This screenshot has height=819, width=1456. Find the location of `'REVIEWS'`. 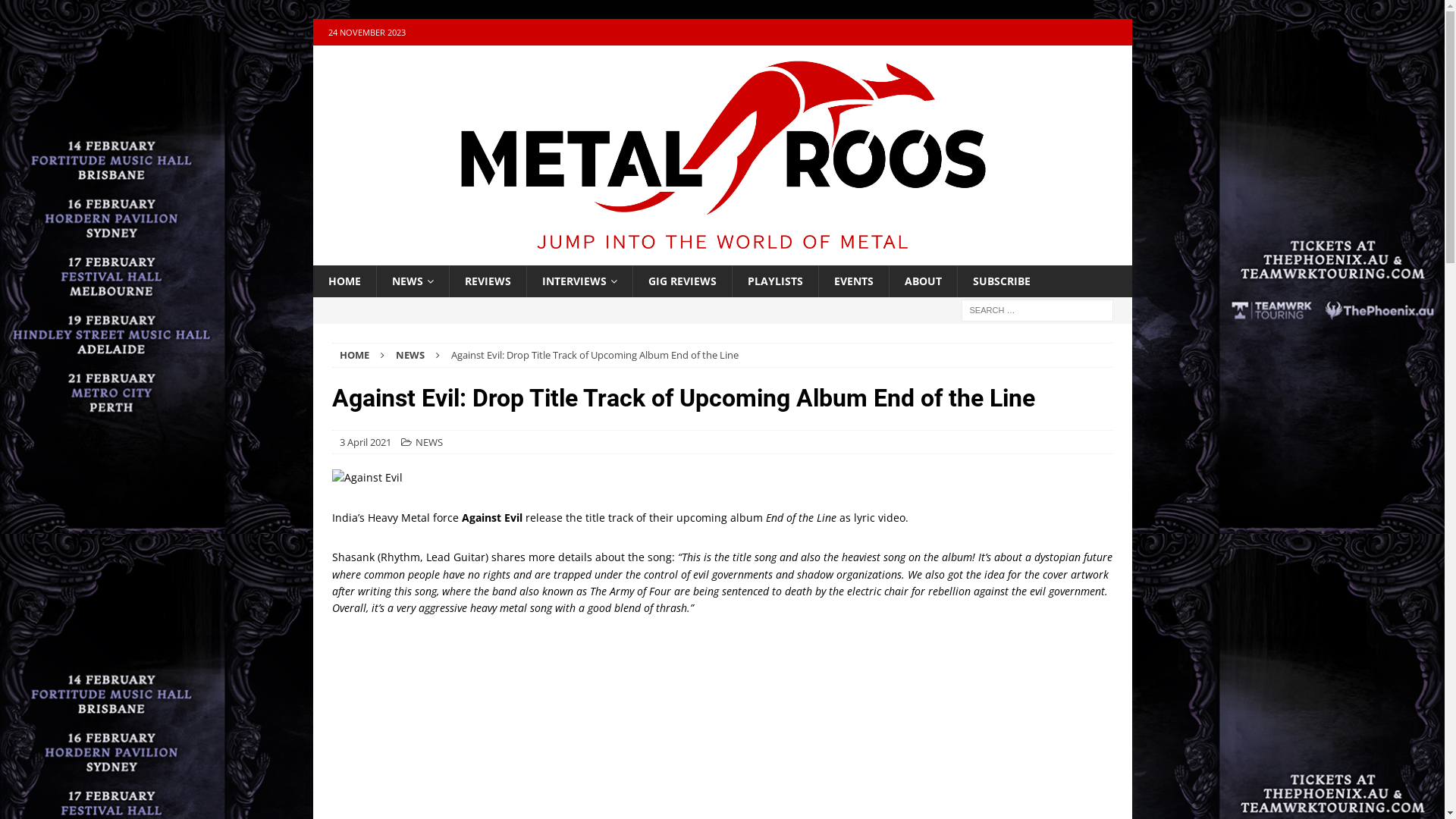

'REVIEWS' is located at coordinates (488, 281).